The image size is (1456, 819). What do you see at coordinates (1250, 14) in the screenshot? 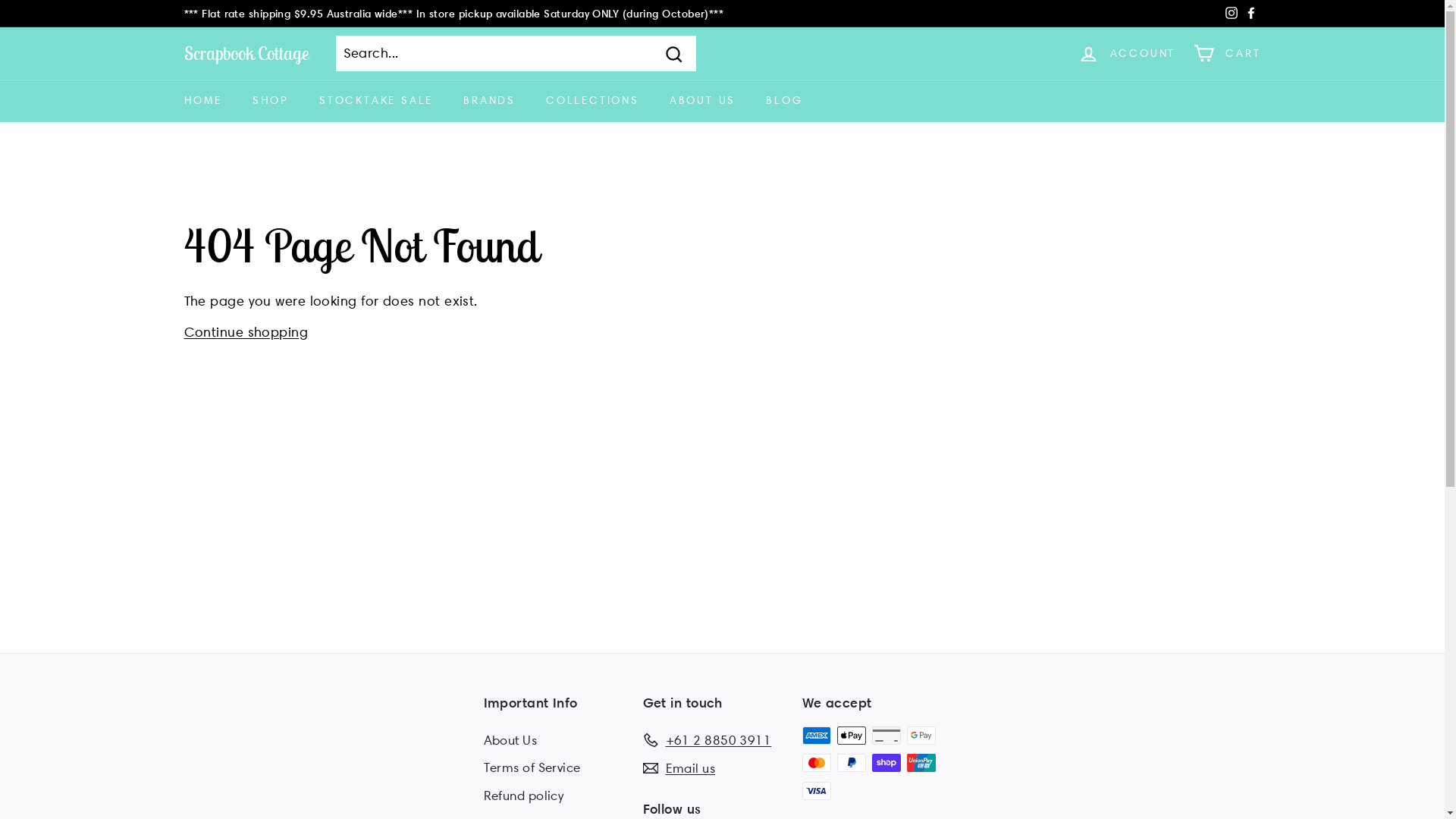
I see `'Facebook'` at bounding box center [1250, 14].